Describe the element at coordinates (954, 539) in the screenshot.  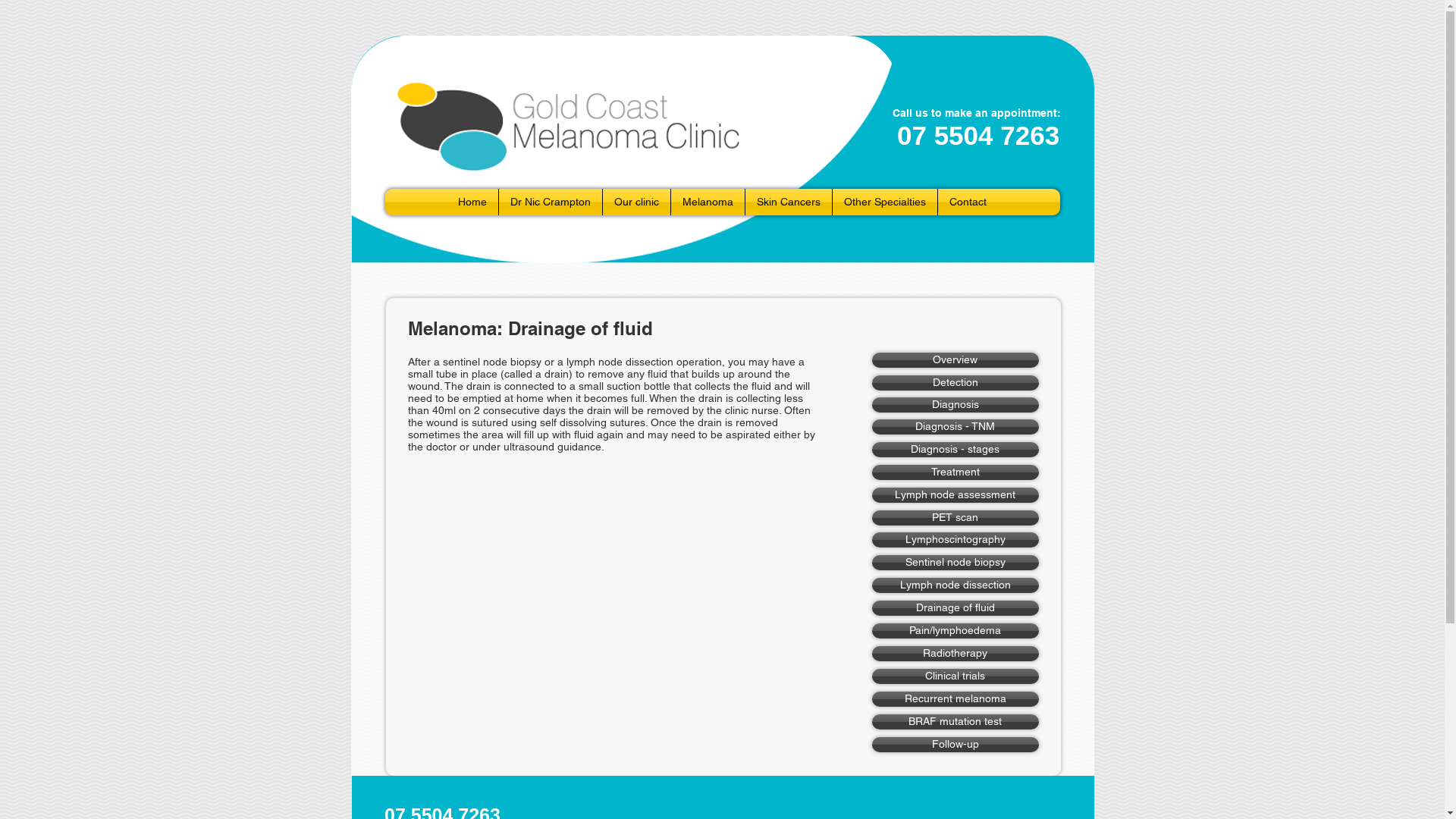
I see `'Lymphoscintography'` at that location.